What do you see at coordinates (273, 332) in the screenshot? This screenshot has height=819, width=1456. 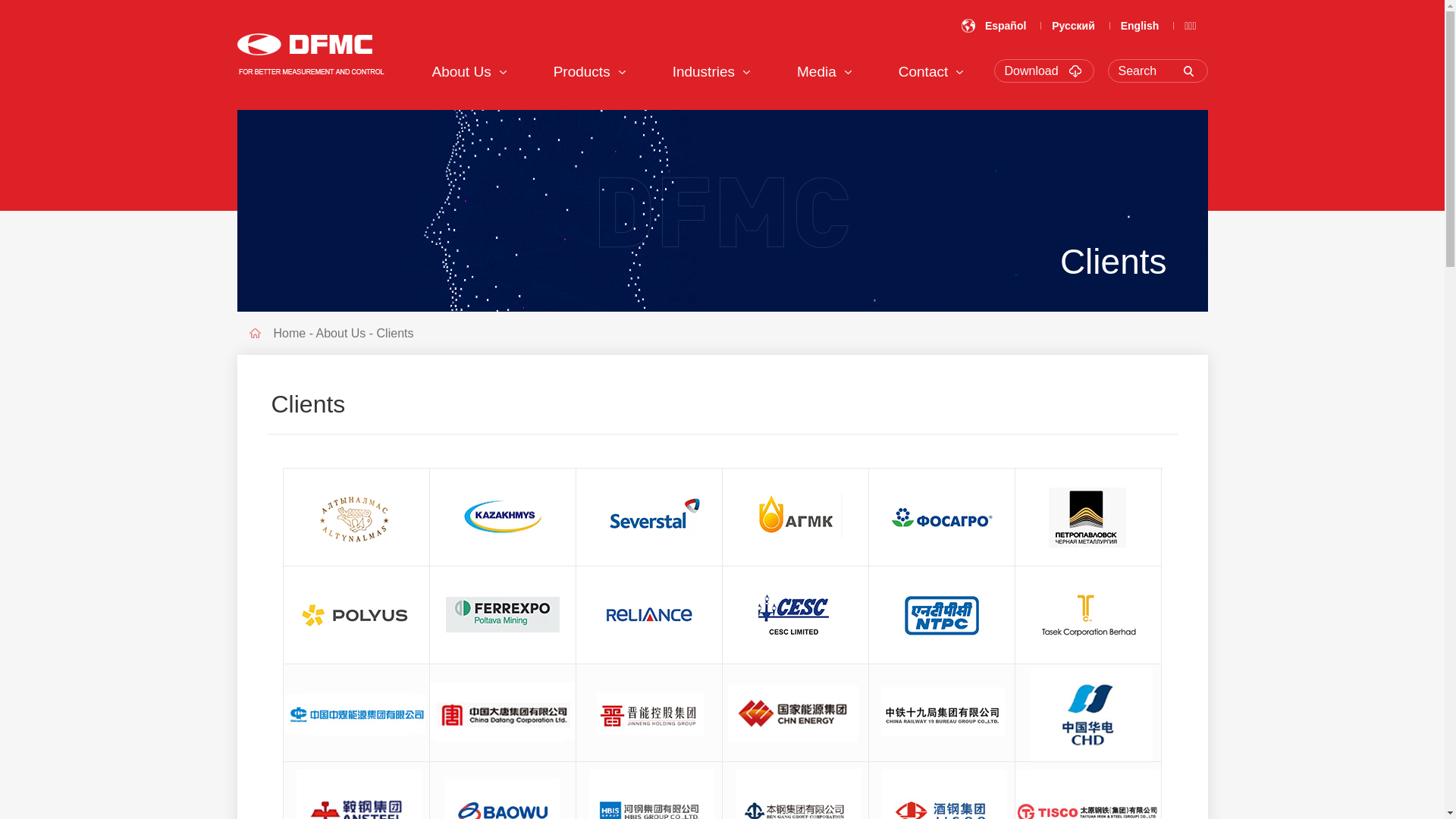 I see `'Home'` at bounding box center [273, 332].